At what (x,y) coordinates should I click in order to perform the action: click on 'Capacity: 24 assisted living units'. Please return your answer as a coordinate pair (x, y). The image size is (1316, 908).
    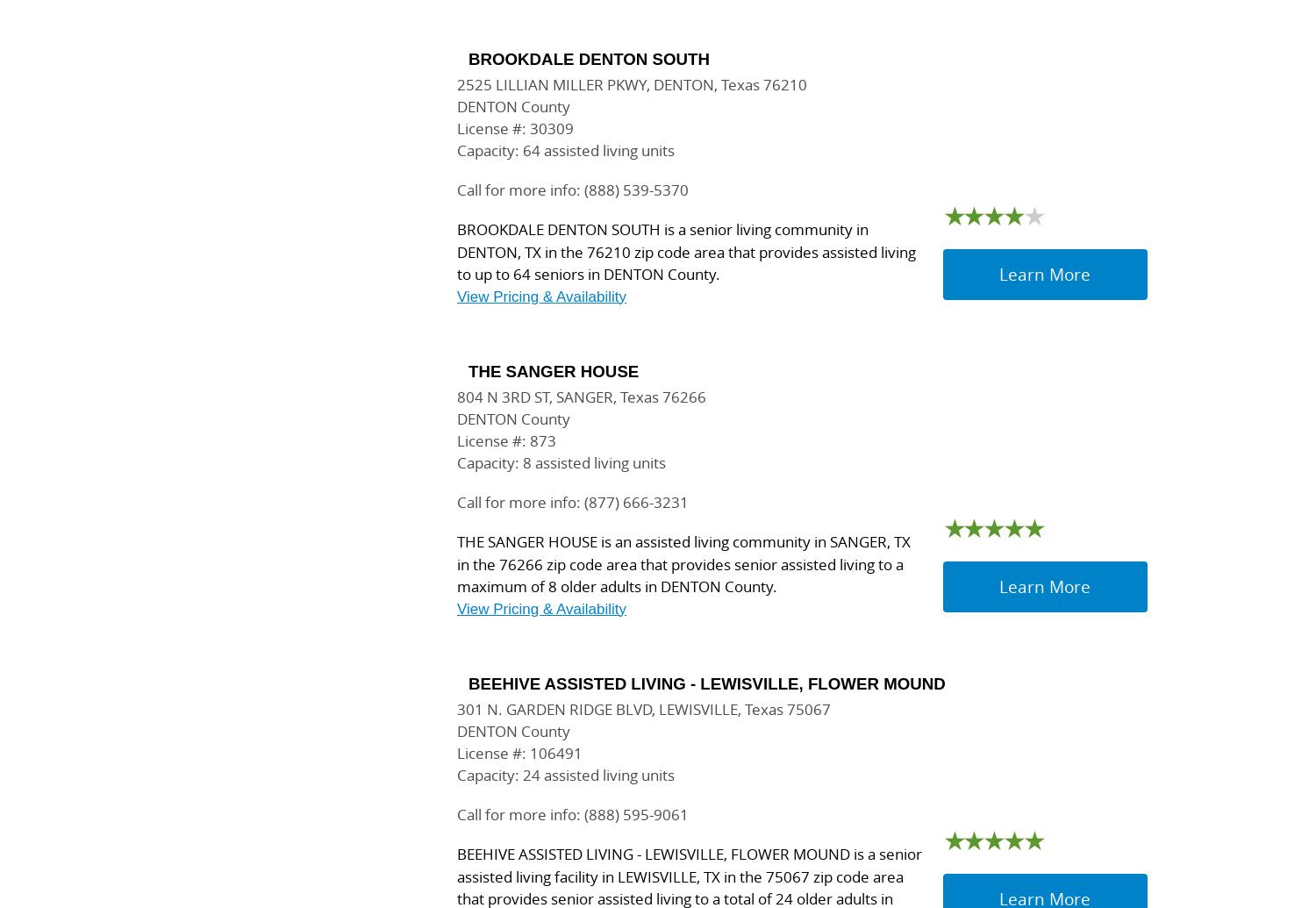
    Looking at the image, I should click on (566, 774).